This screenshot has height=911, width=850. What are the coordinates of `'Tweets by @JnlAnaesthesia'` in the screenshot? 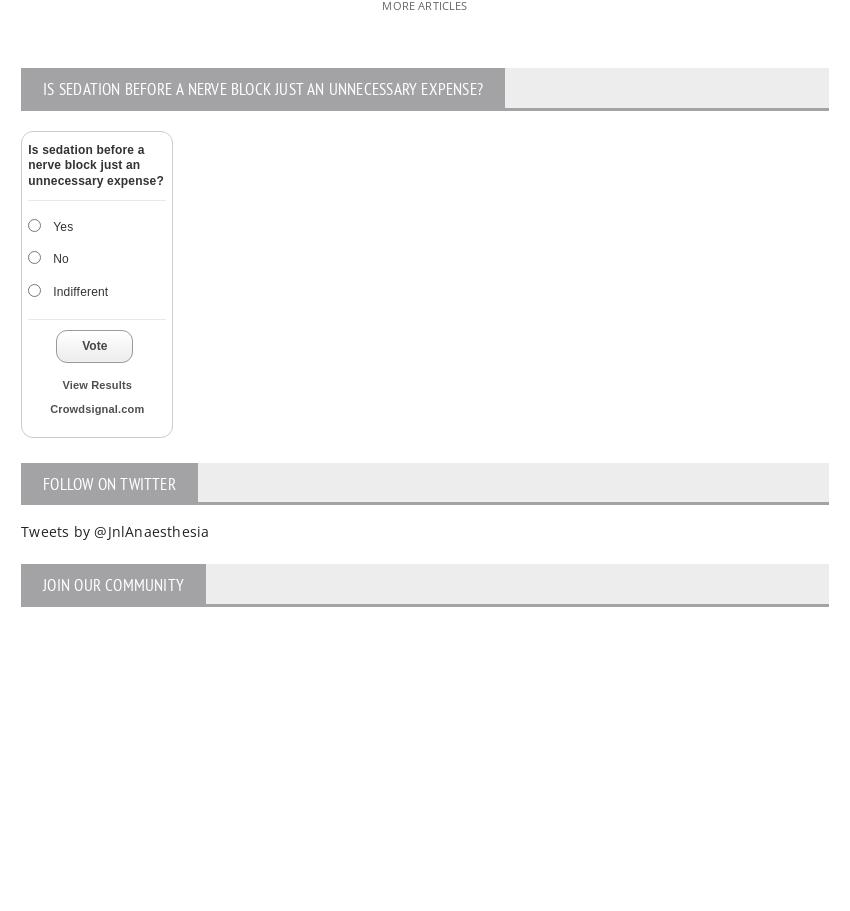 It's located at (114, 530).